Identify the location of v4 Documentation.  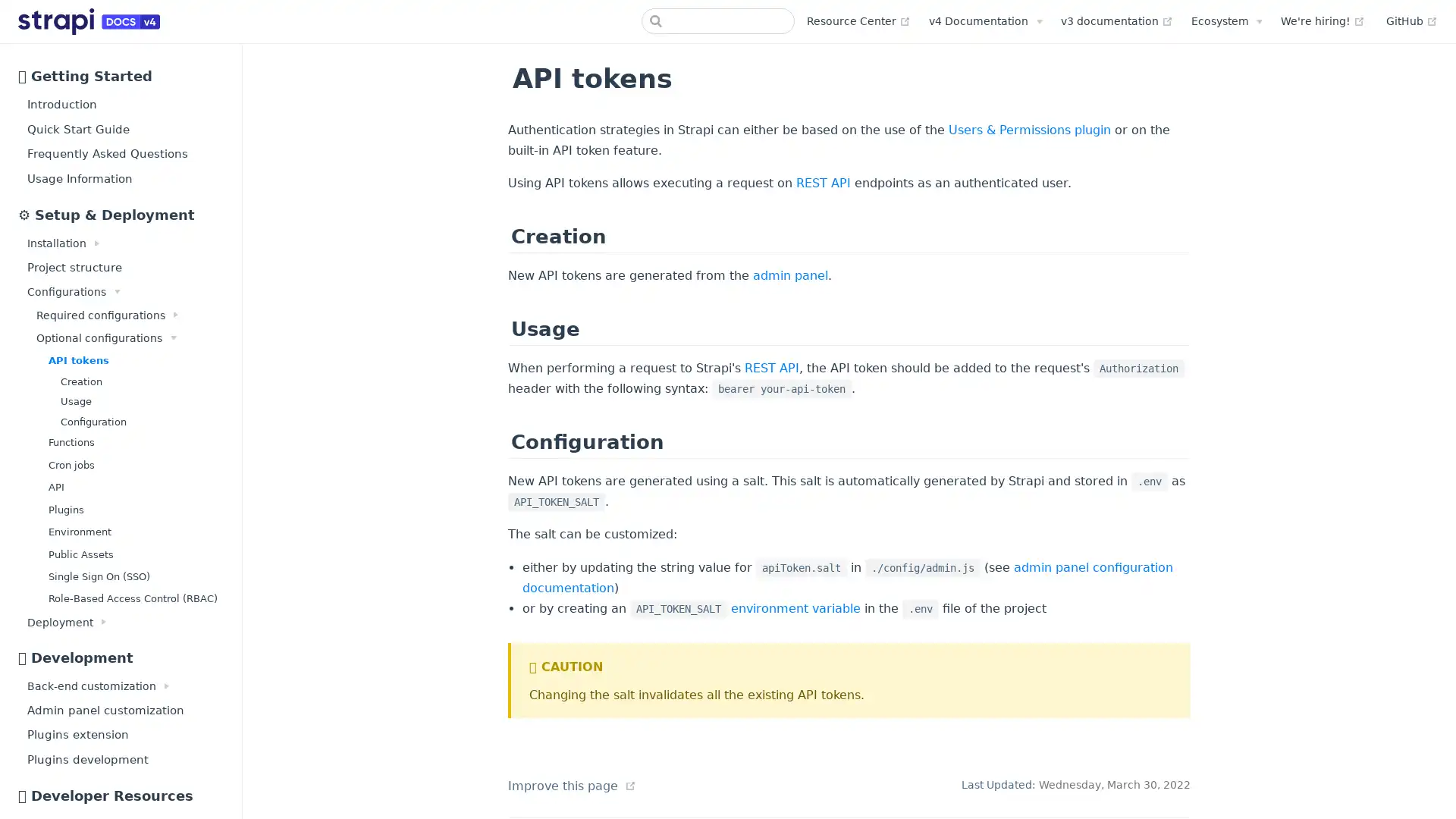
(985, 20).